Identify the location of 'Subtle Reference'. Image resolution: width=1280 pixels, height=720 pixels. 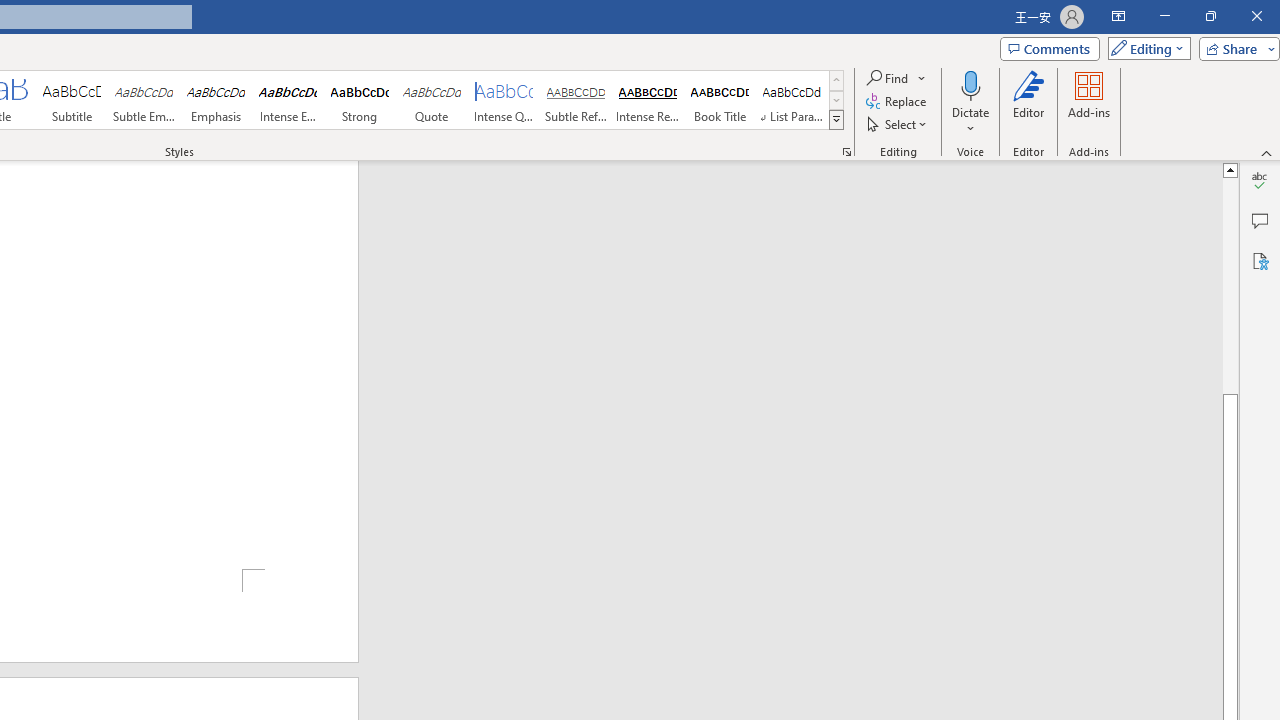
(575, 100).